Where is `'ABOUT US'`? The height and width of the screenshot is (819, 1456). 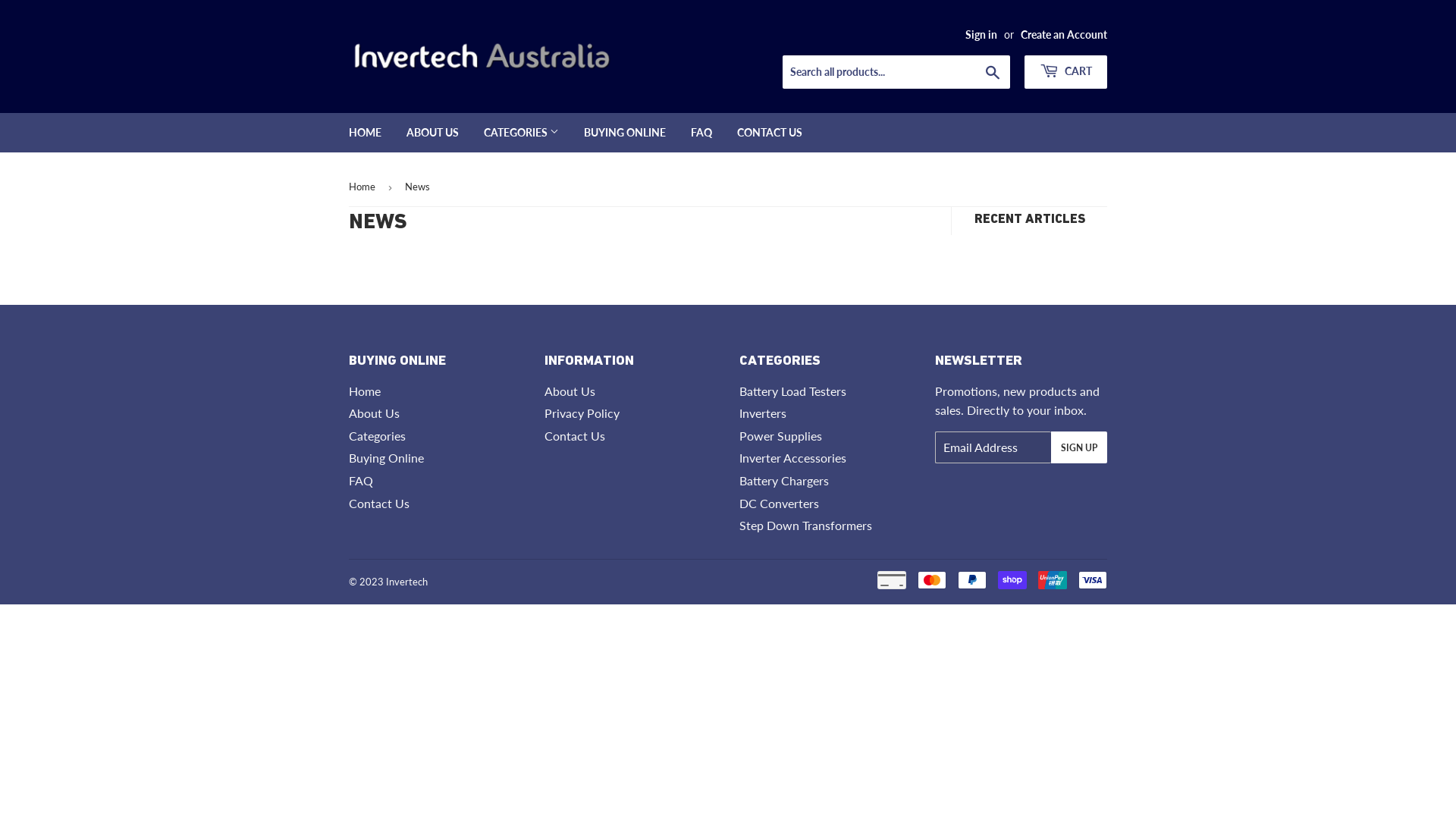
'ABOUT US' is located at coordinates (431, 131).